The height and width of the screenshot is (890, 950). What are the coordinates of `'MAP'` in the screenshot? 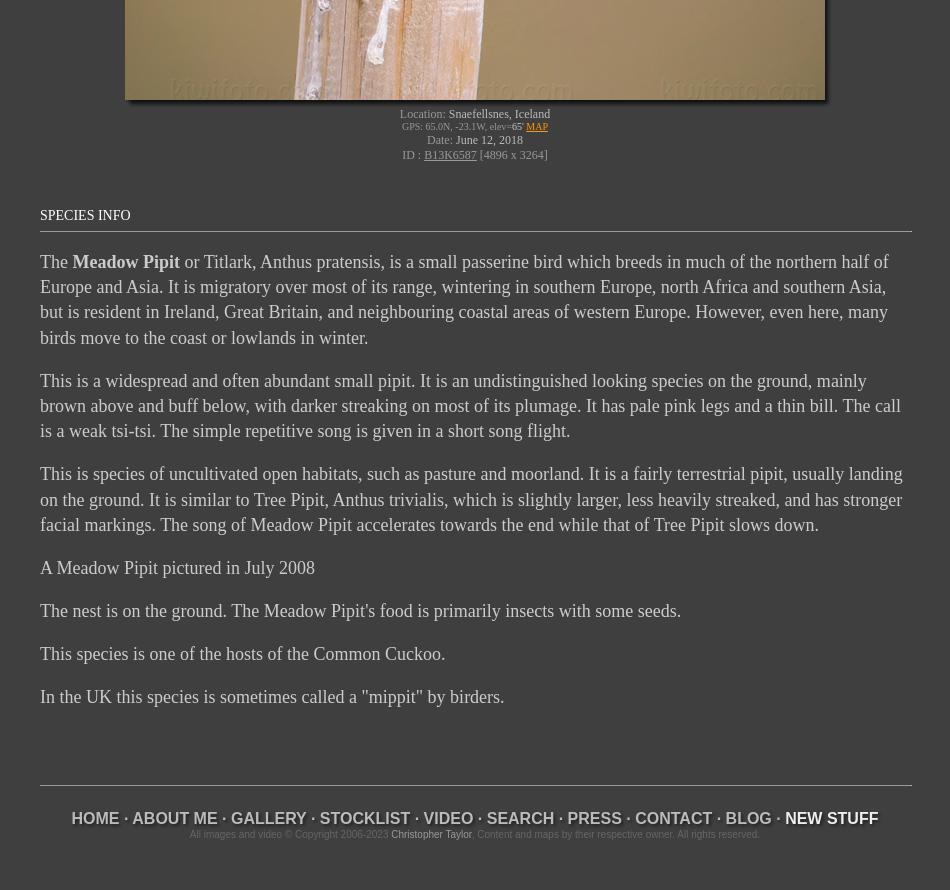 It's located at (537, 125).